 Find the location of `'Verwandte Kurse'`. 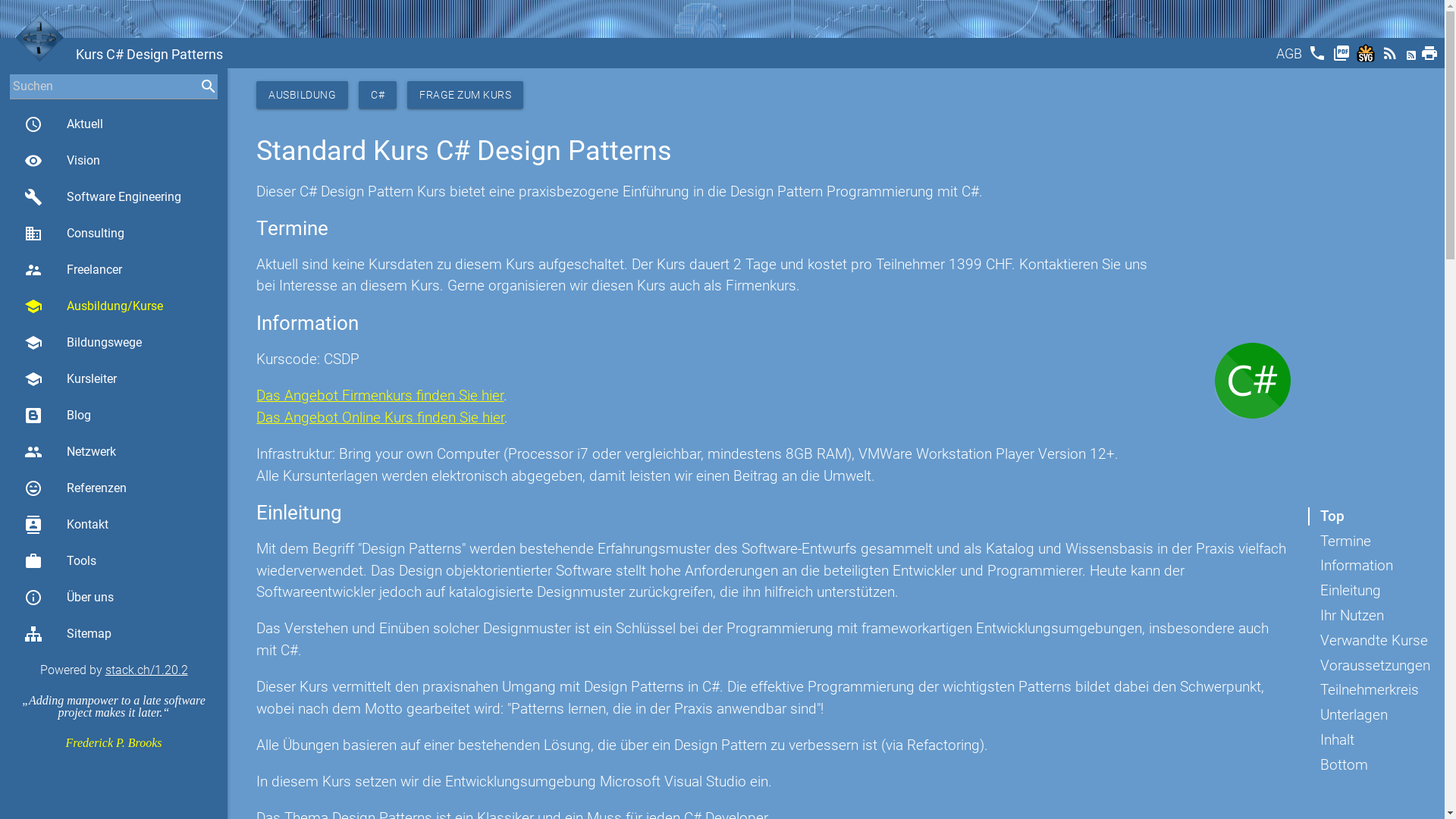

'Verwandte Kurse' is located at coordinates (1368, 640).